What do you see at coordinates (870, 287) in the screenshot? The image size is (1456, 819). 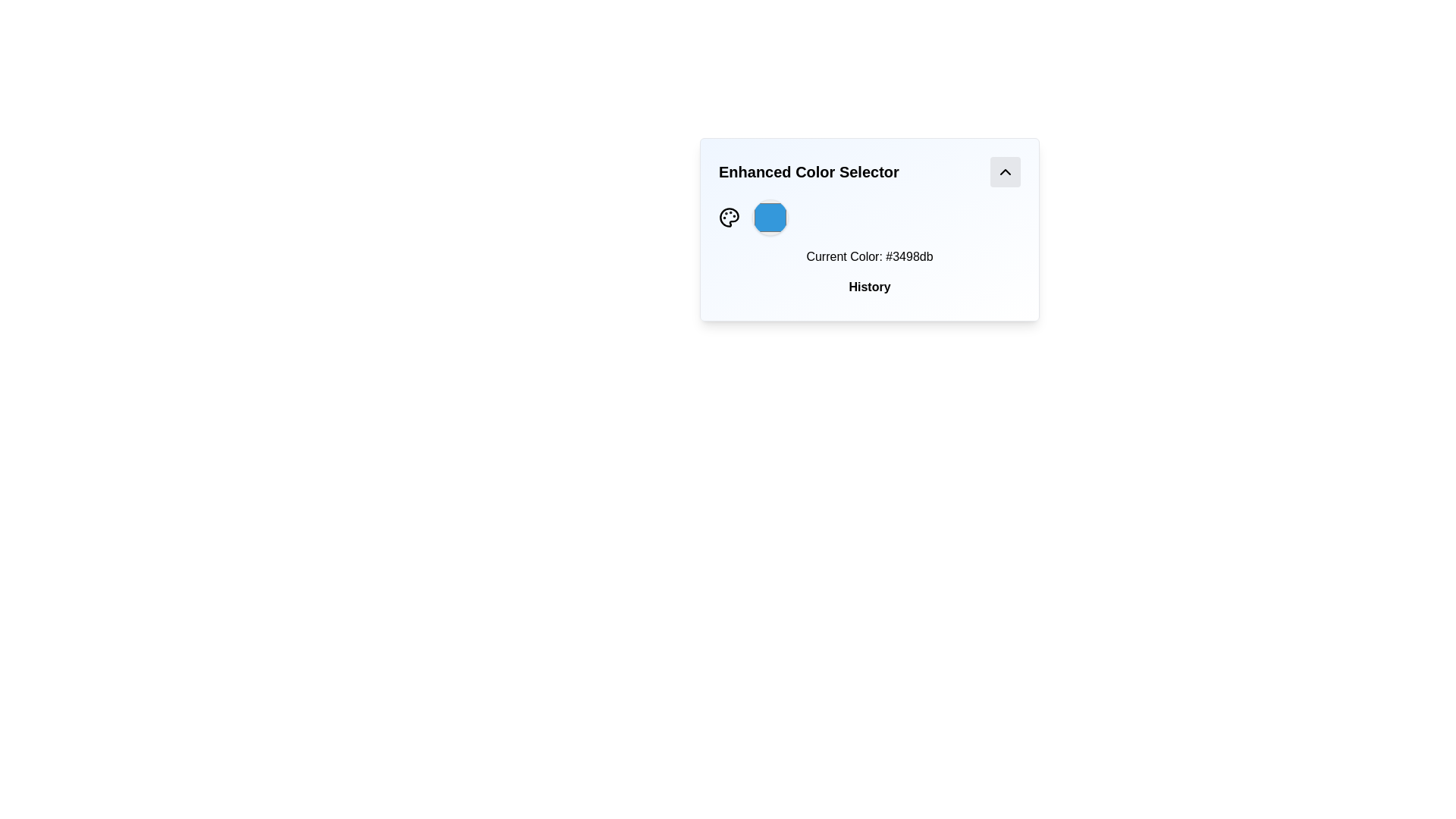 I see `the 'History' text label, which is styled in bold and serves as a section title, positioned below the 'Current Color: #3498db' text` at bounding box center [870, 287].